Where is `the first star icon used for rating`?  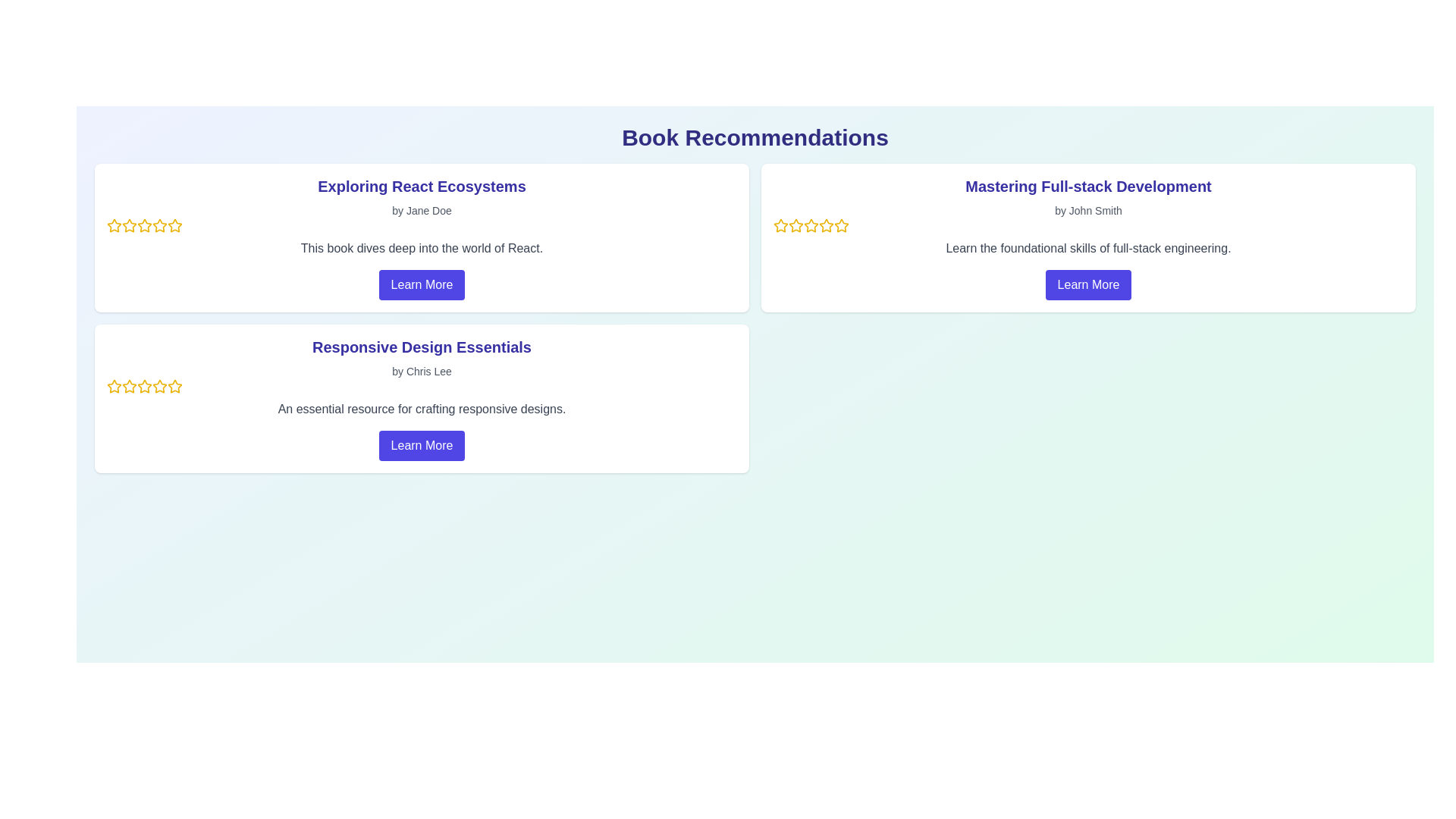 the first star icon used for rating is located at coordinates (113, 225).